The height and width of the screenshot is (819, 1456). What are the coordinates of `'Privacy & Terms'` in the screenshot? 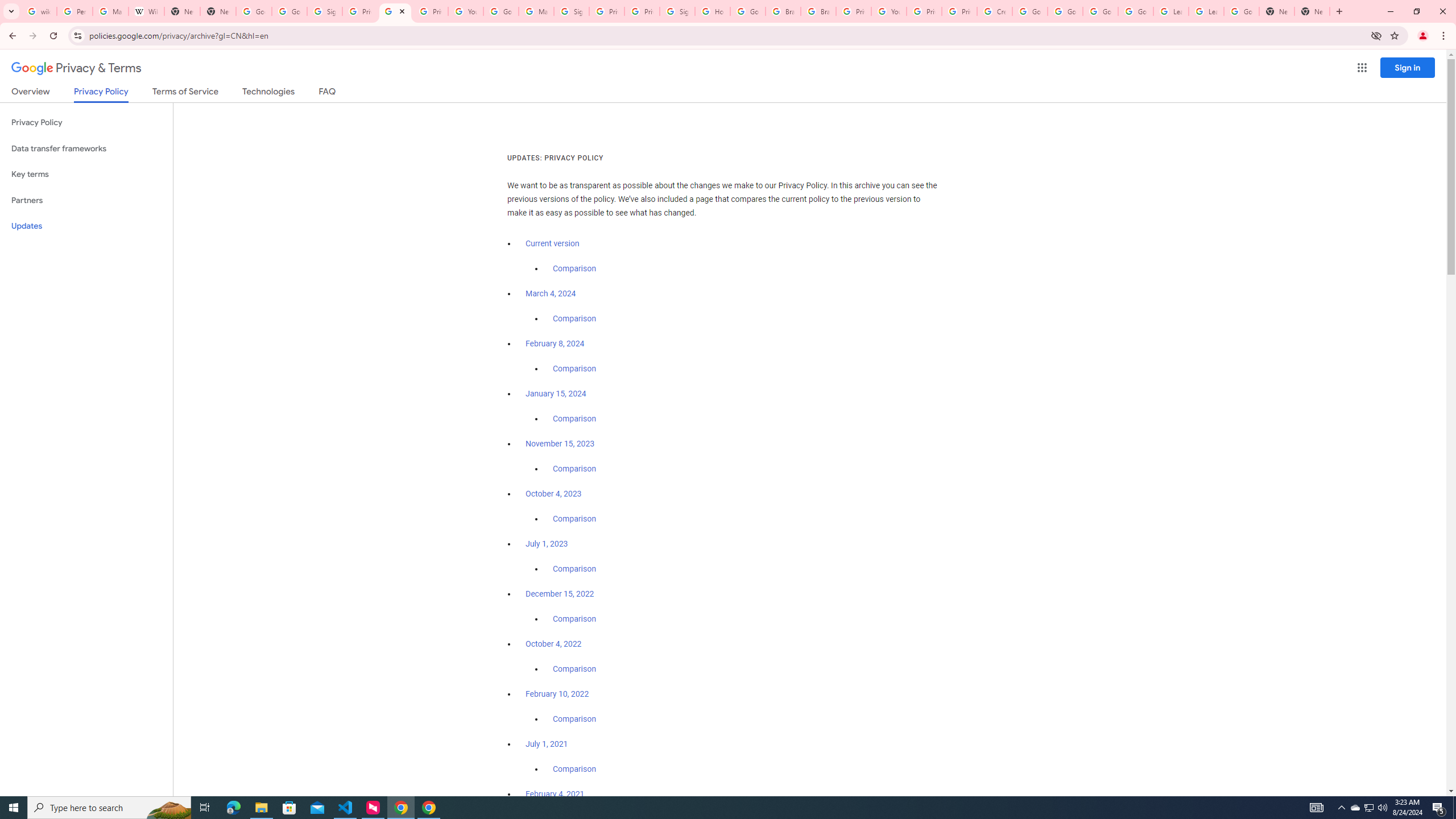 It's located at (76, 68).